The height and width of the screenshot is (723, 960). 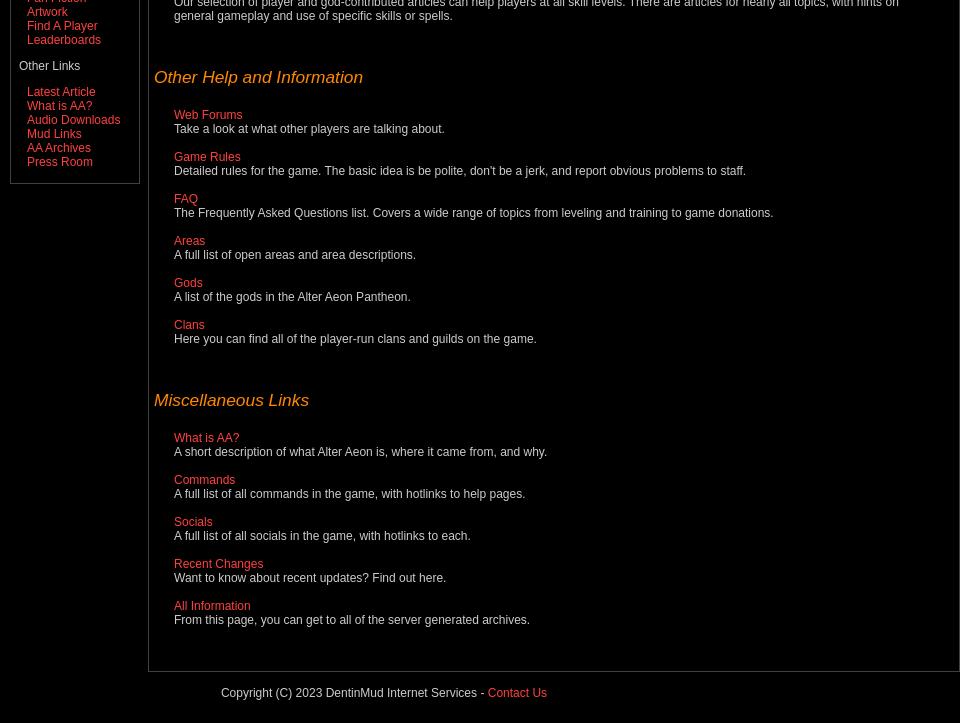 What do you see at coordinates (189, 323) in the screenshot?
I see `'Clans'` at bounding box center [189, 323].